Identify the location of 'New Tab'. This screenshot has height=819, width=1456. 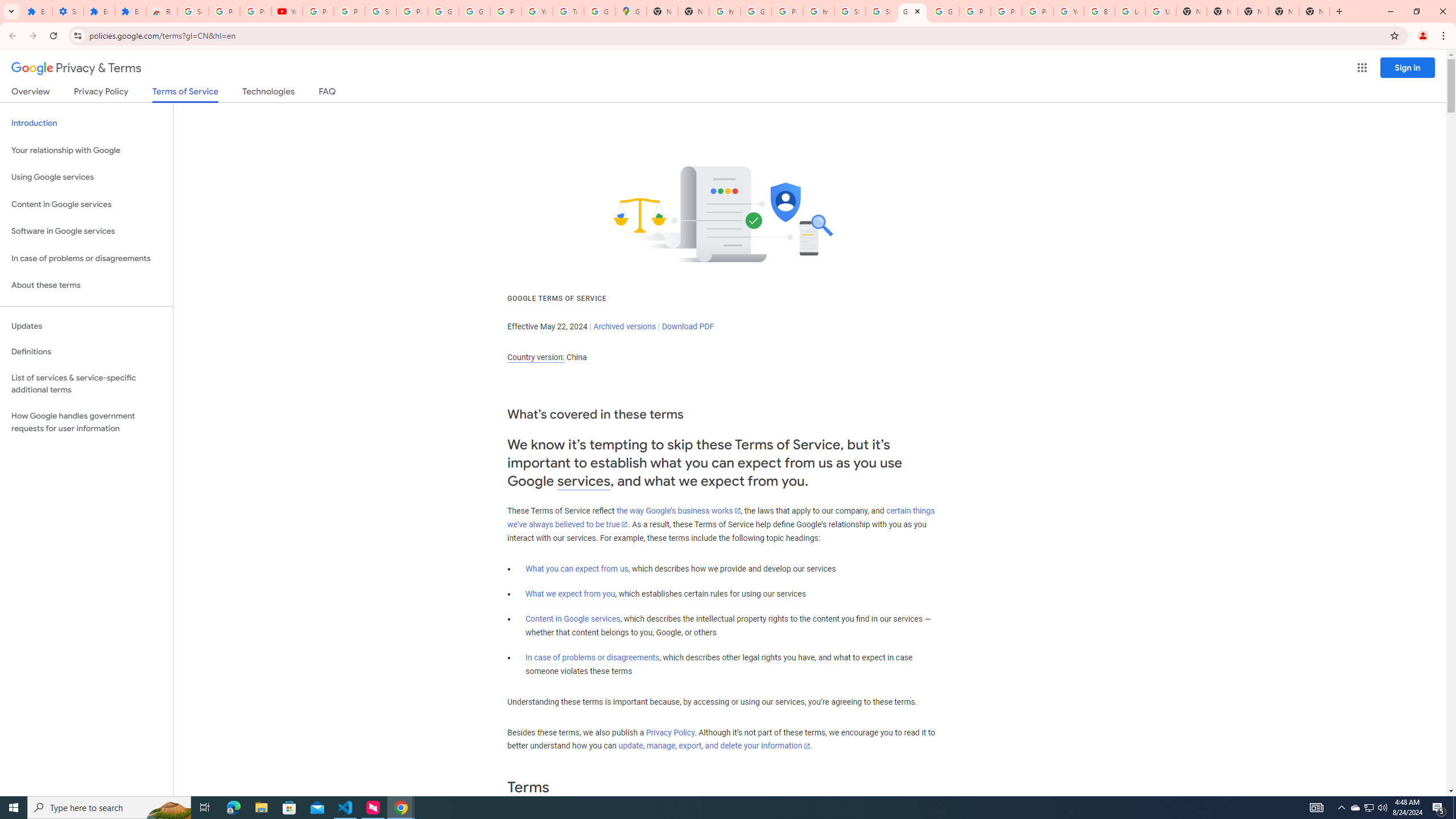
(1252, 11).